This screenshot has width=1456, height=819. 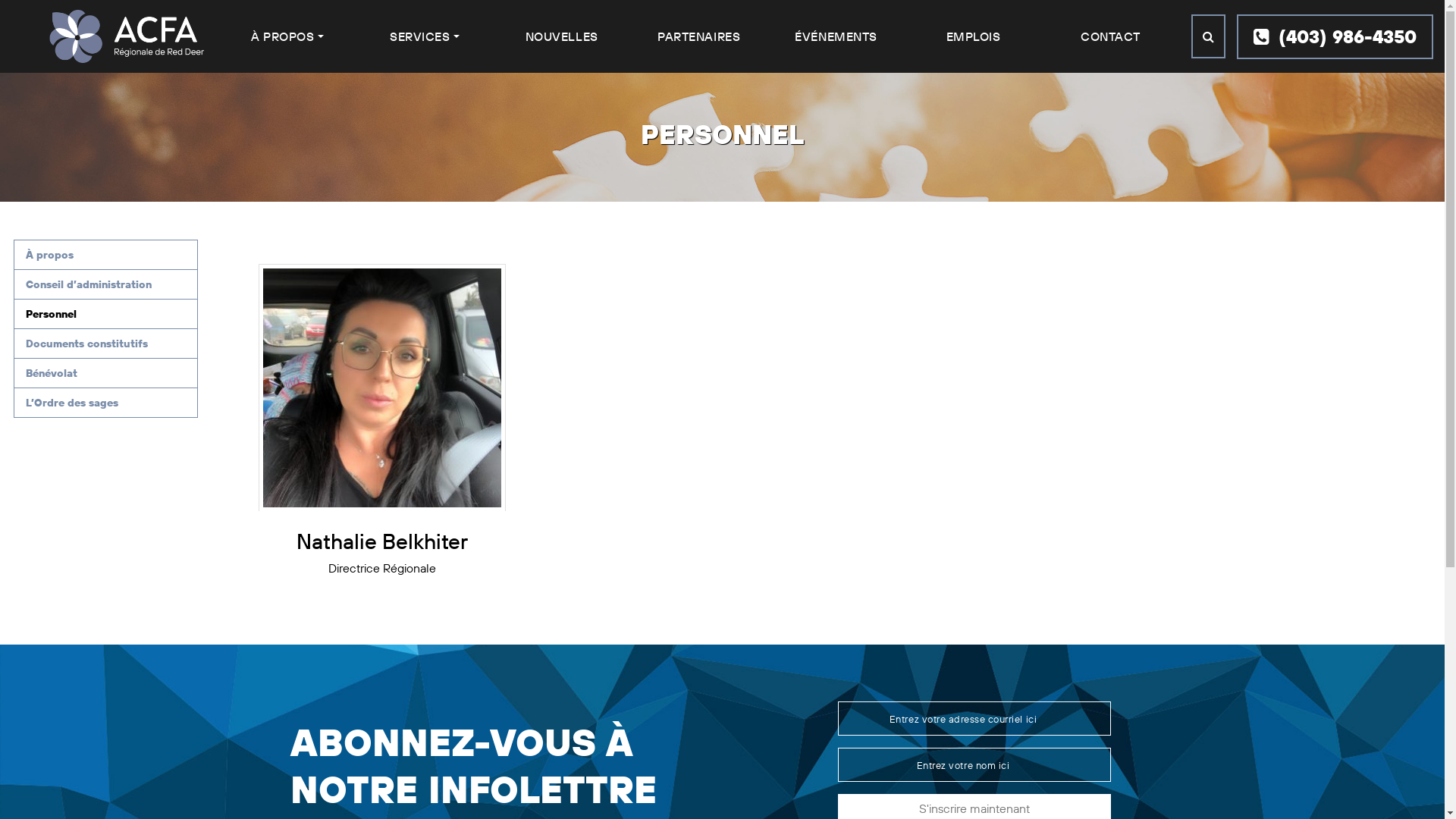 I want to click on 'SERVICES', so click(x=378, y=35).